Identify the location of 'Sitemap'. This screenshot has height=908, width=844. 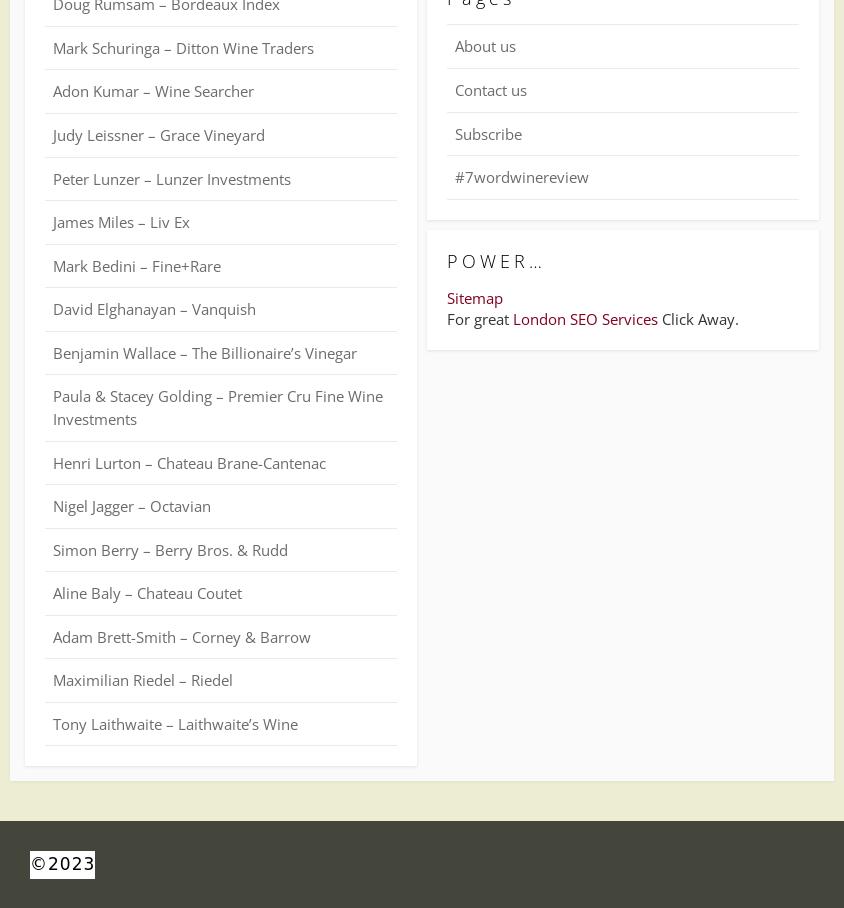
(474, 297).